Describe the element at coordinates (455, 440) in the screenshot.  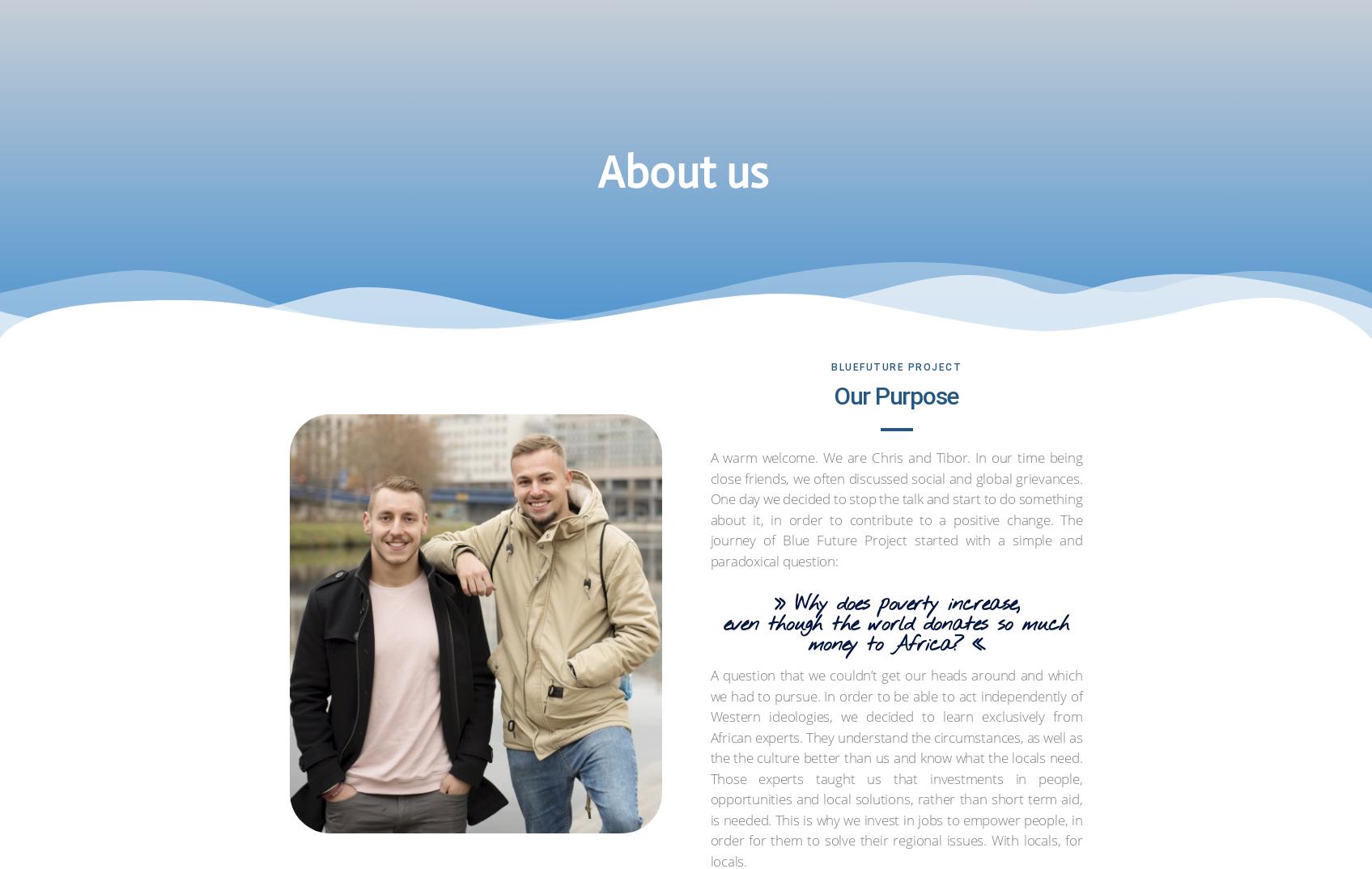
I see `'Ralph Breuling'` at that location.